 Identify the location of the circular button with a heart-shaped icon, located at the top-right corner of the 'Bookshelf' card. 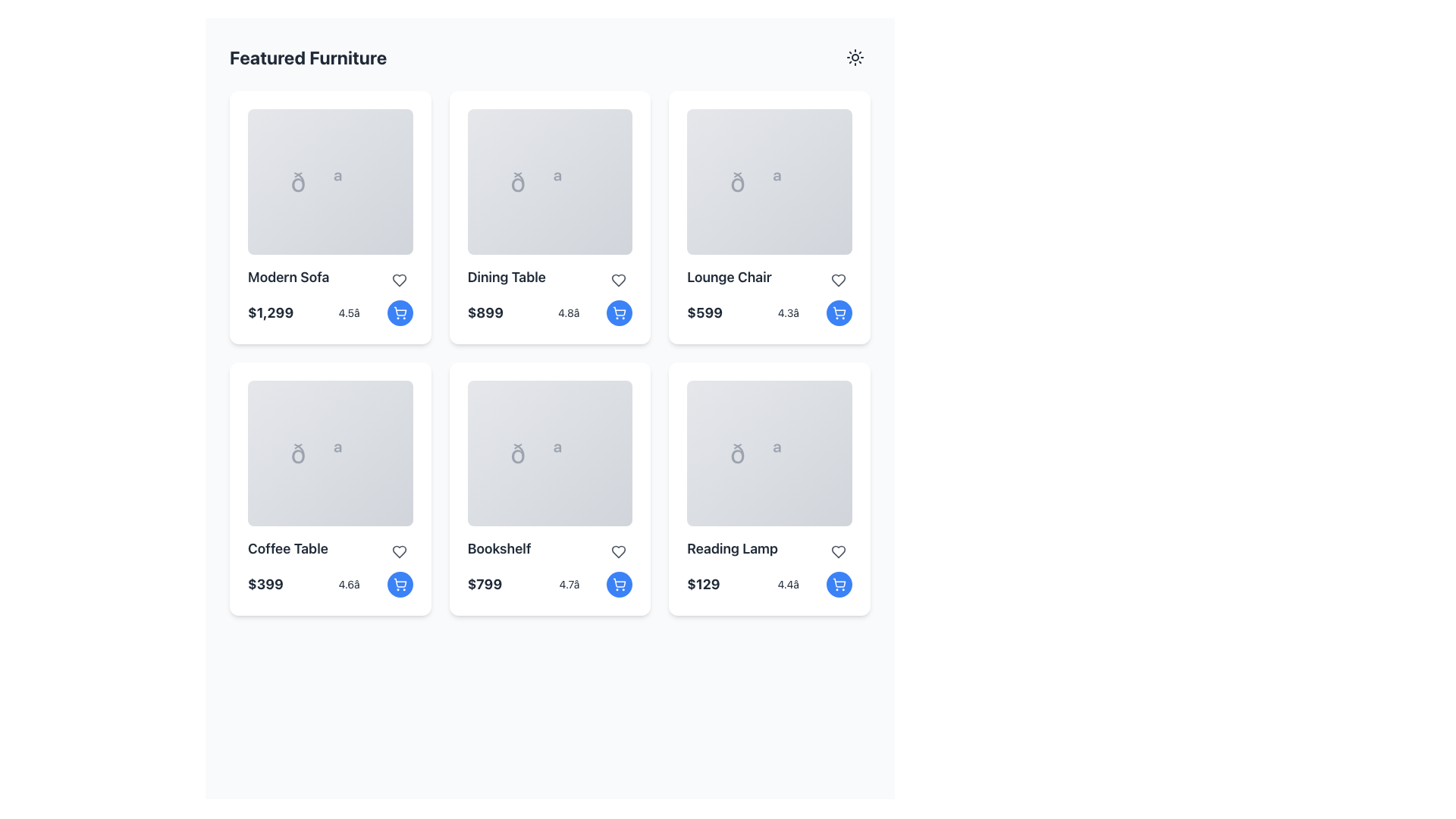
(619, 552).